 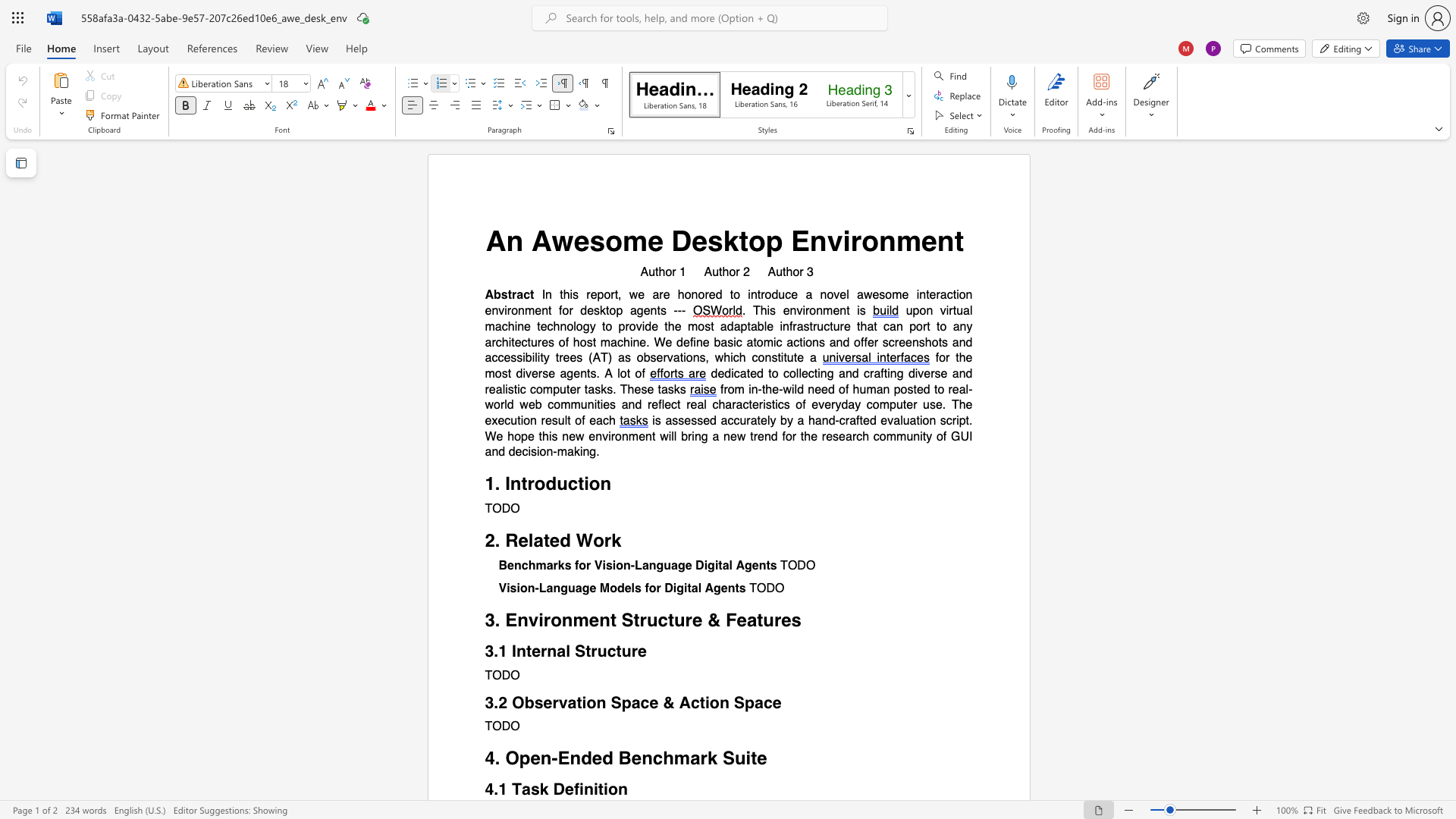 I want to click on the space between the continuous character "i" and "n" in the text, so click(x=584, y=788).